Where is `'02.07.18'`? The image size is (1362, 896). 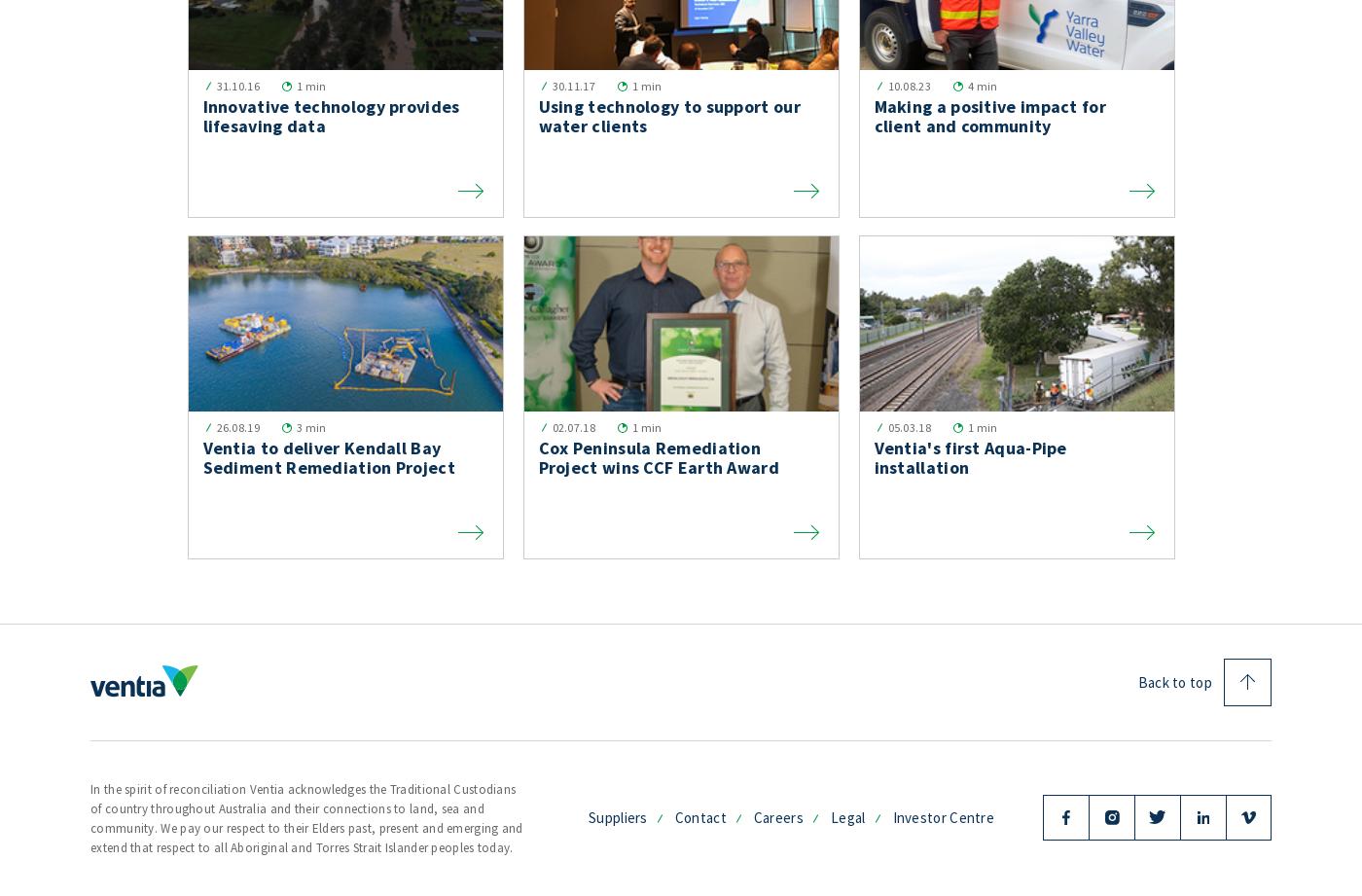 '02.07.18' is located at coordinates (572, 427).